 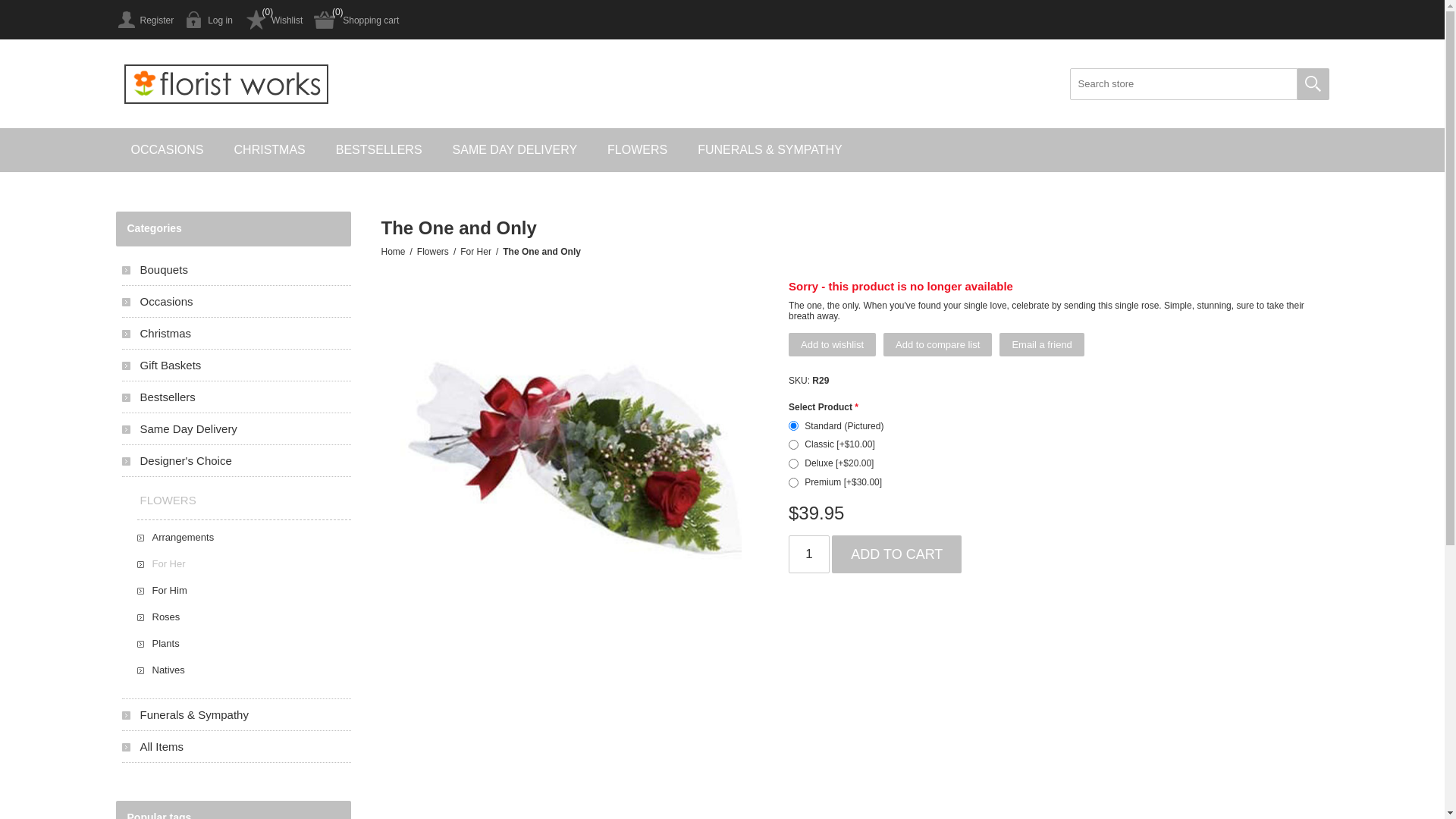 I want to click on 'Funerals & Sympathy', so click(x=235, y=714).